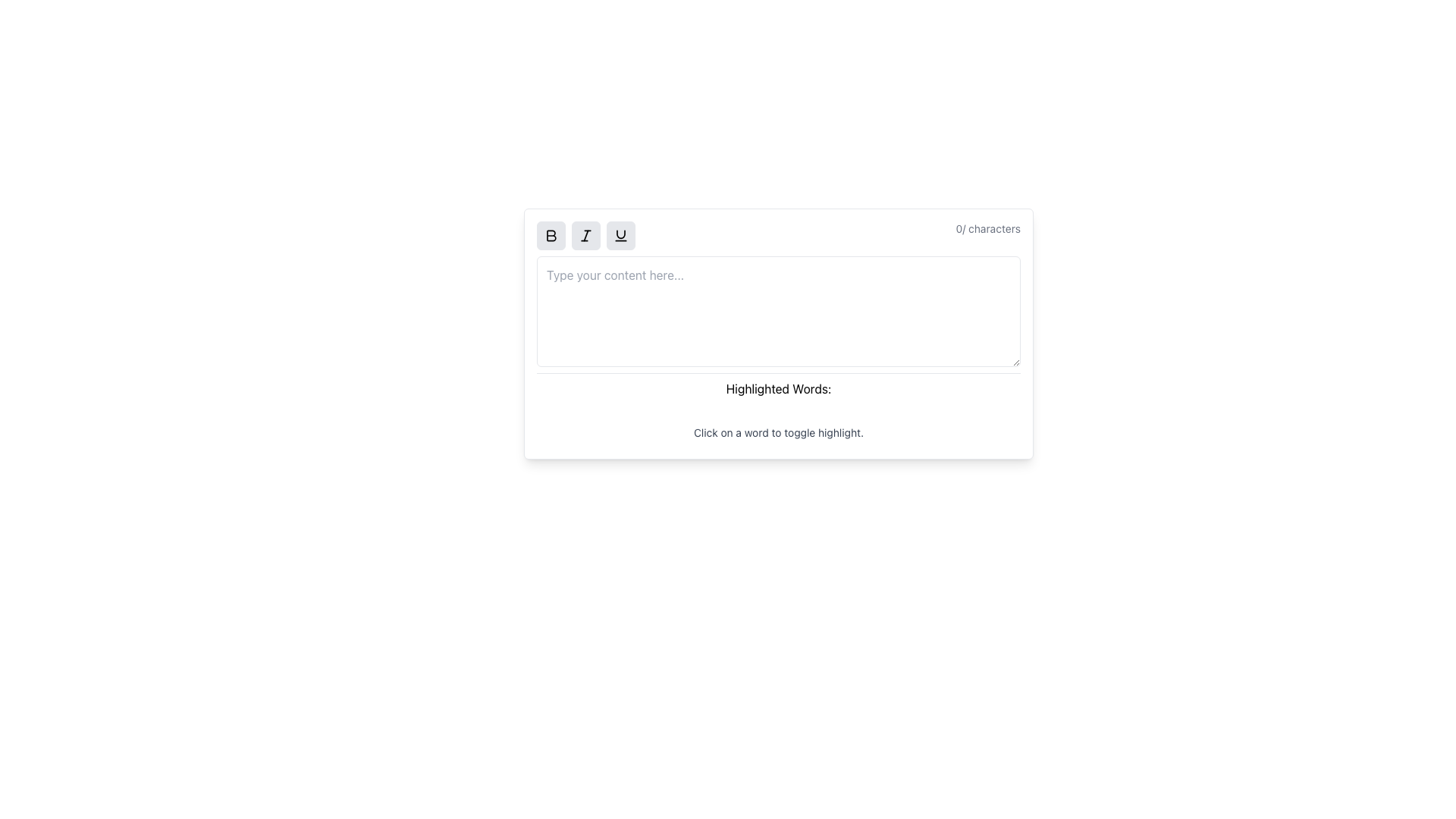  What do you see at coordinates (621, 236) in the screenshot?
I see `the button featuring a stylized 'U' underline symbol` at bounding box center [621, 236].